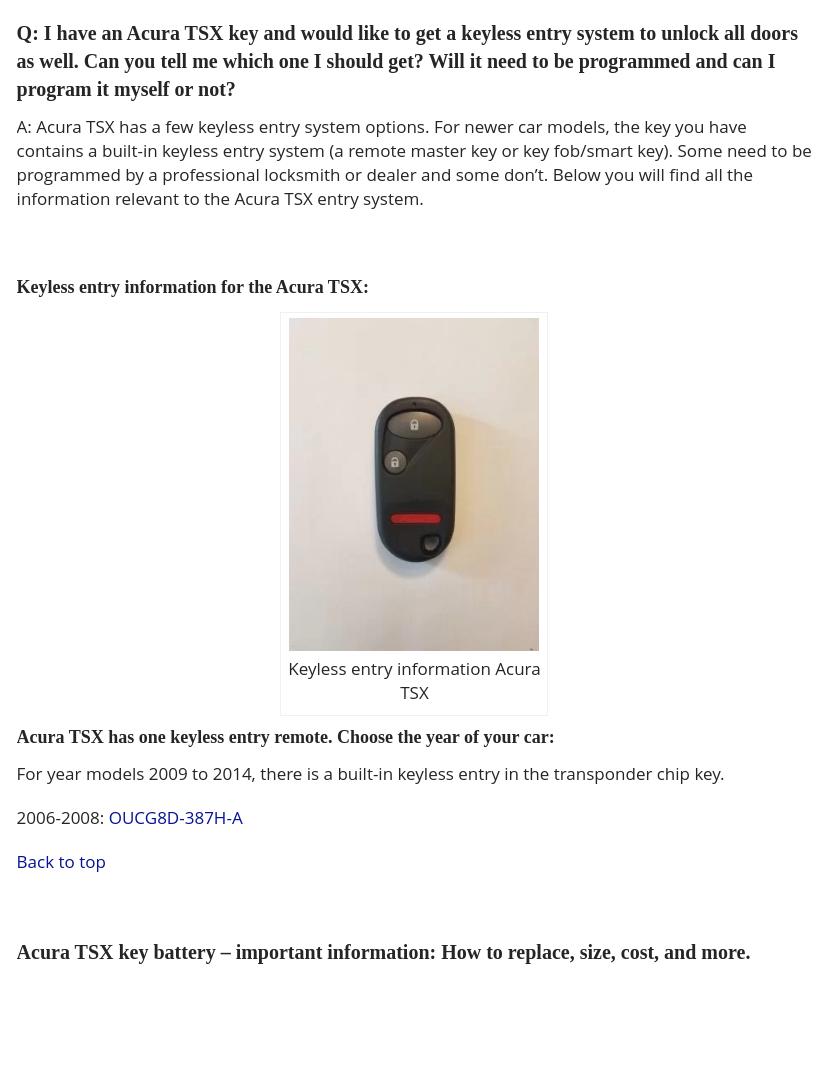 This screenshot has width=829, height=1071. What do you see at coordinates (413, 161) in the screenshot?
I see `'A: Acura TSX has a few keyless entry system options. For newer car models, the key you have contains a built-in keyless entry system (a remote master key or key fob/smart key). Some need to be programmed by a professional locksmith or dealer and some don’t. Below you will find all the information relevant to the Acura TSX entry system.'` at bounding box center [413, 161].